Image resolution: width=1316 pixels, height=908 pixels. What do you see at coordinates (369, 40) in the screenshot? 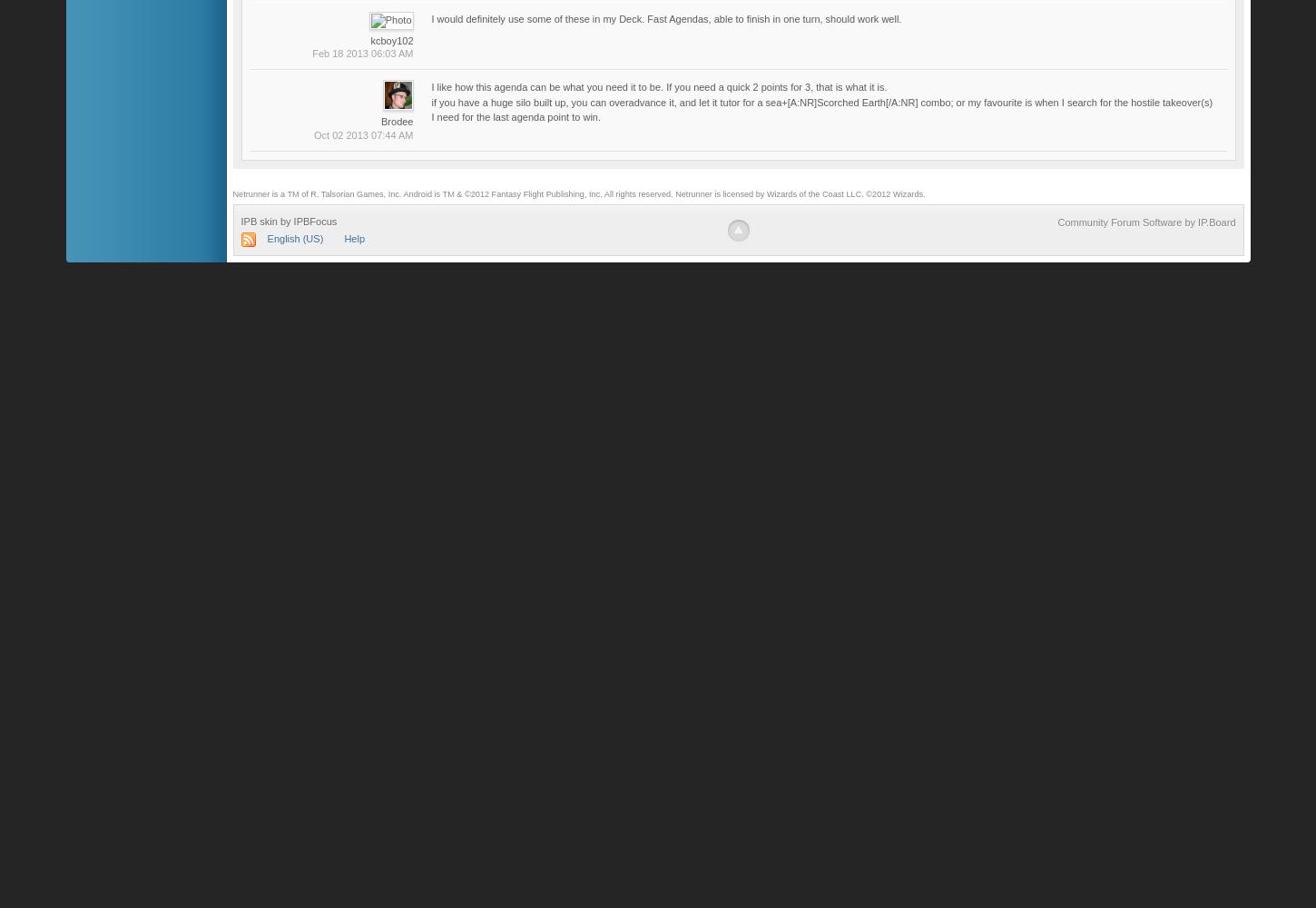
I see `'kcboy102'` at bounding box center [369, 40].